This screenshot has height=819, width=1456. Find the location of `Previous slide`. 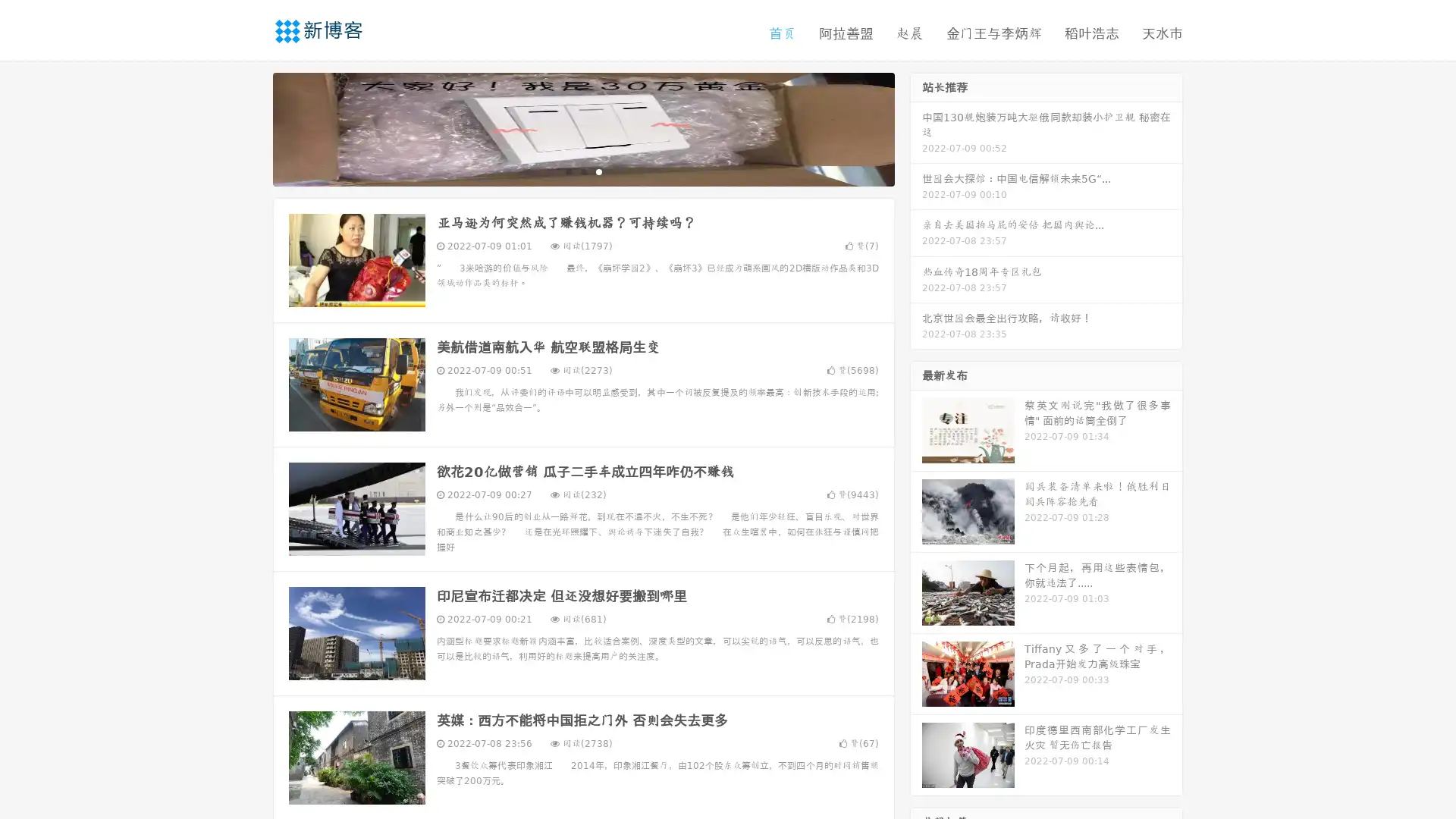

Previous slide is located at coordinates (250, 127).